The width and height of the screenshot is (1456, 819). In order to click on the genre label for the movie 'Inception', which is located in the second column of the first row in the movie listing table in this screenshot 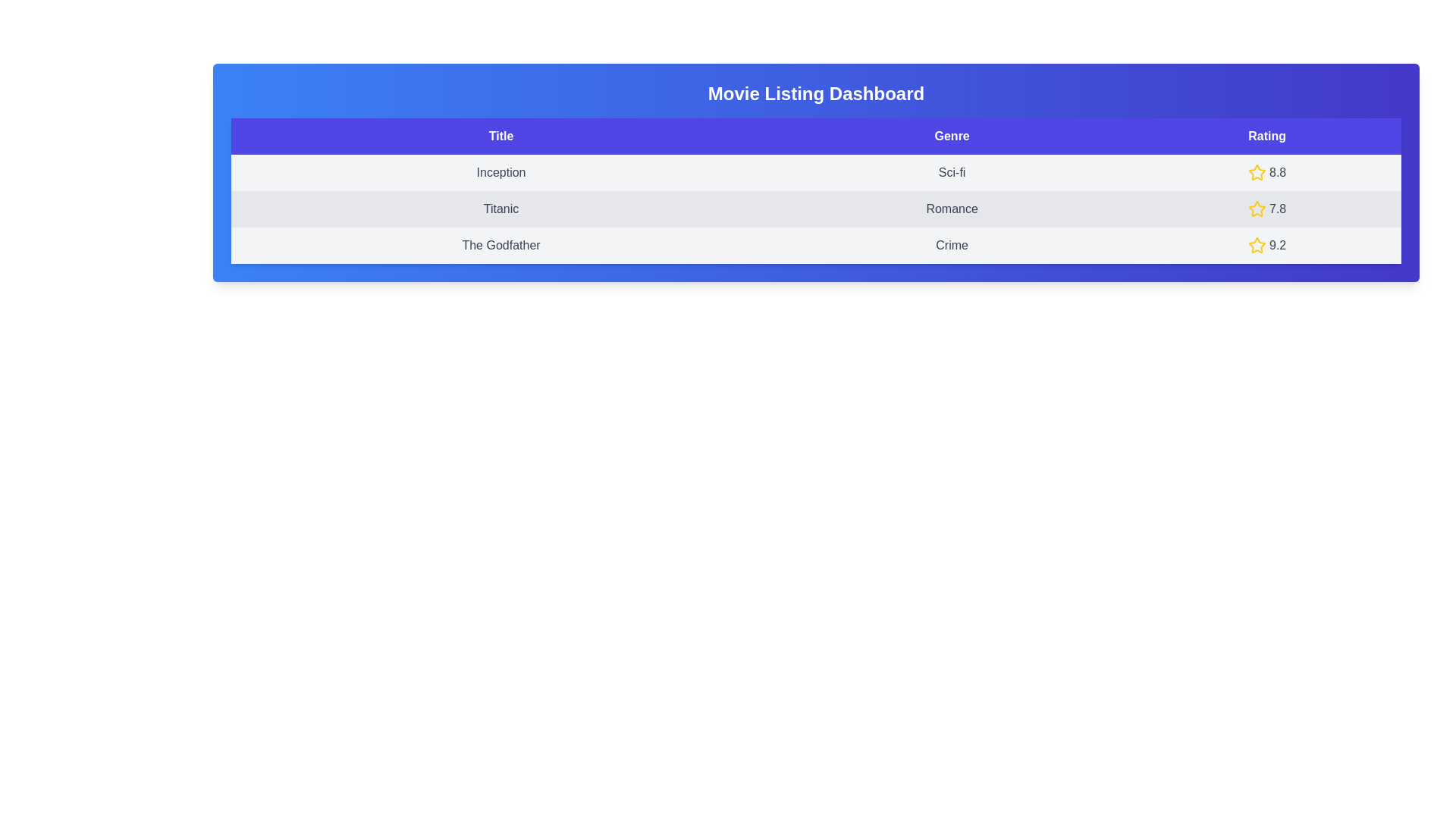, I will do `click(951, 171)`.